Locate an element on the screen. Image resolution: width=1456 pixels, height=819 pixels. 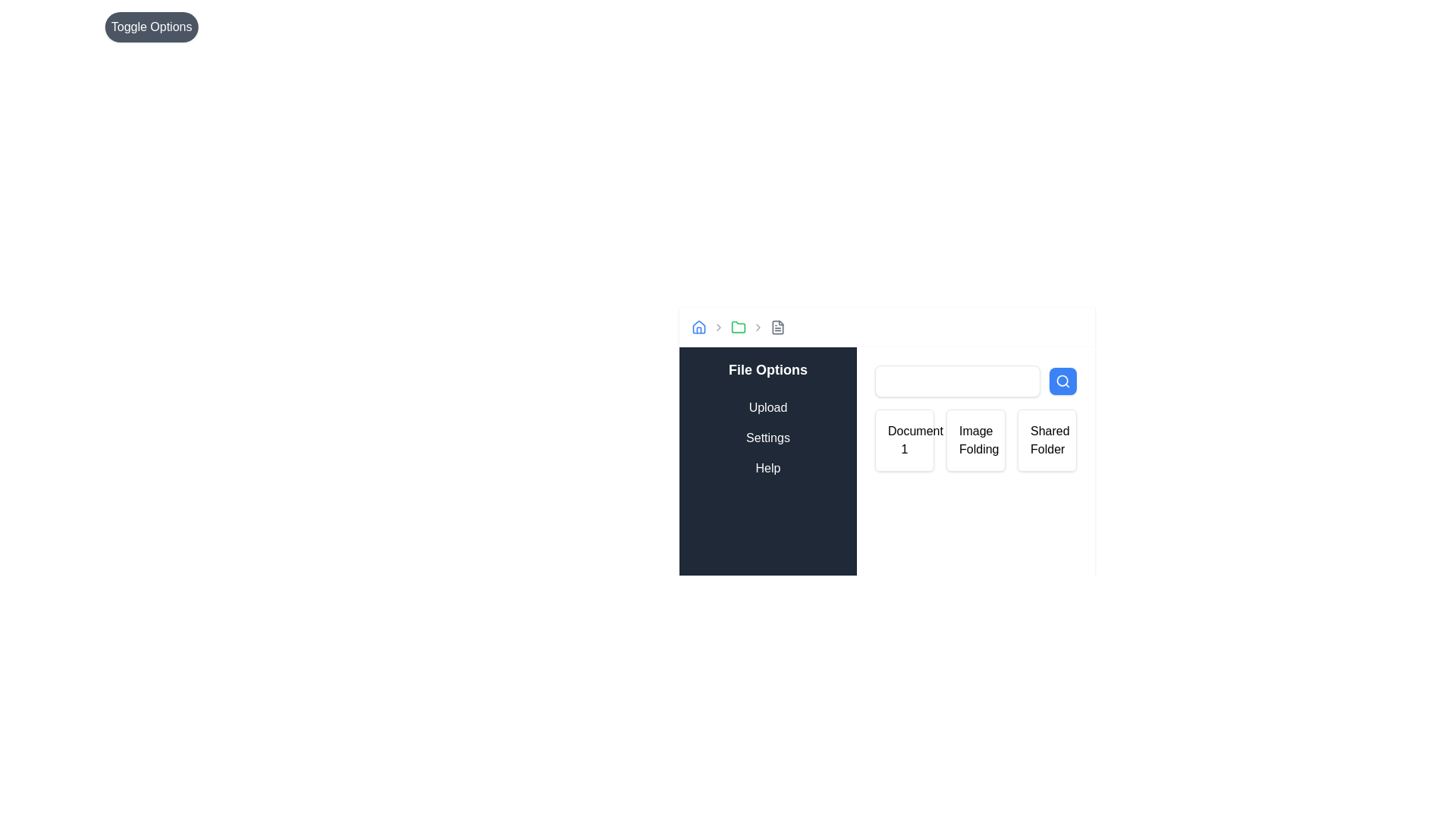
the 'Settings' button located in the sidebar, which is the second option in a vertical list of three buttons ('Upload', 'Settings', 'Help') is located at coordinates (767, 438).